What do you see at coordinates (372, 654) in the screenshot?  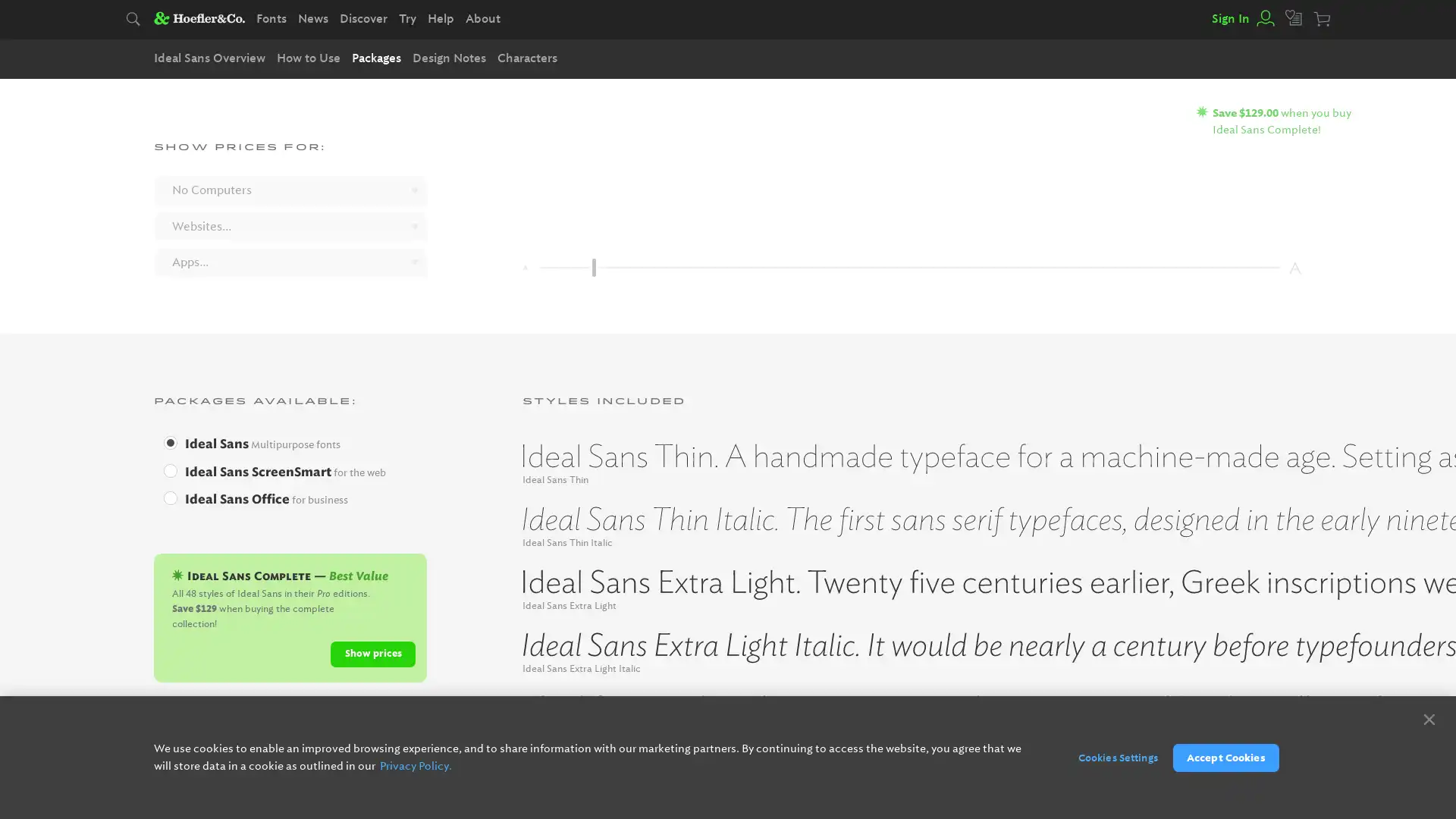 I see `Show prices` at bounding box center [372, 654].